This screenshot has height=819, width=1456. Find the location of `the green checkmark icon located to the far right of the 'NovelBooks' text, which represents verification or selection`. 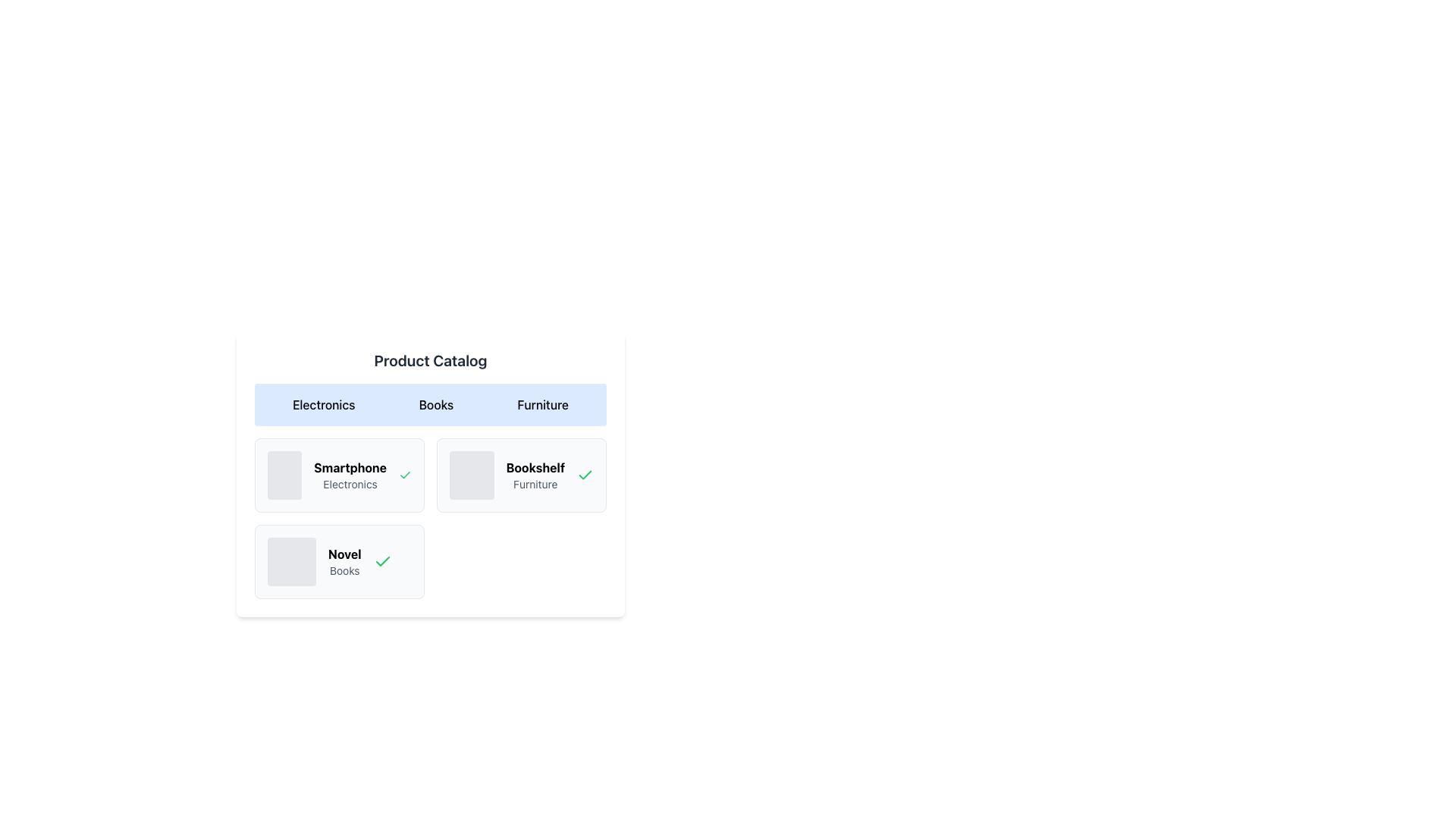

the green checkmark icon located to the far right of the 'NovelBooks' text, which represents verification or selection is located at coordinates (382, 561).